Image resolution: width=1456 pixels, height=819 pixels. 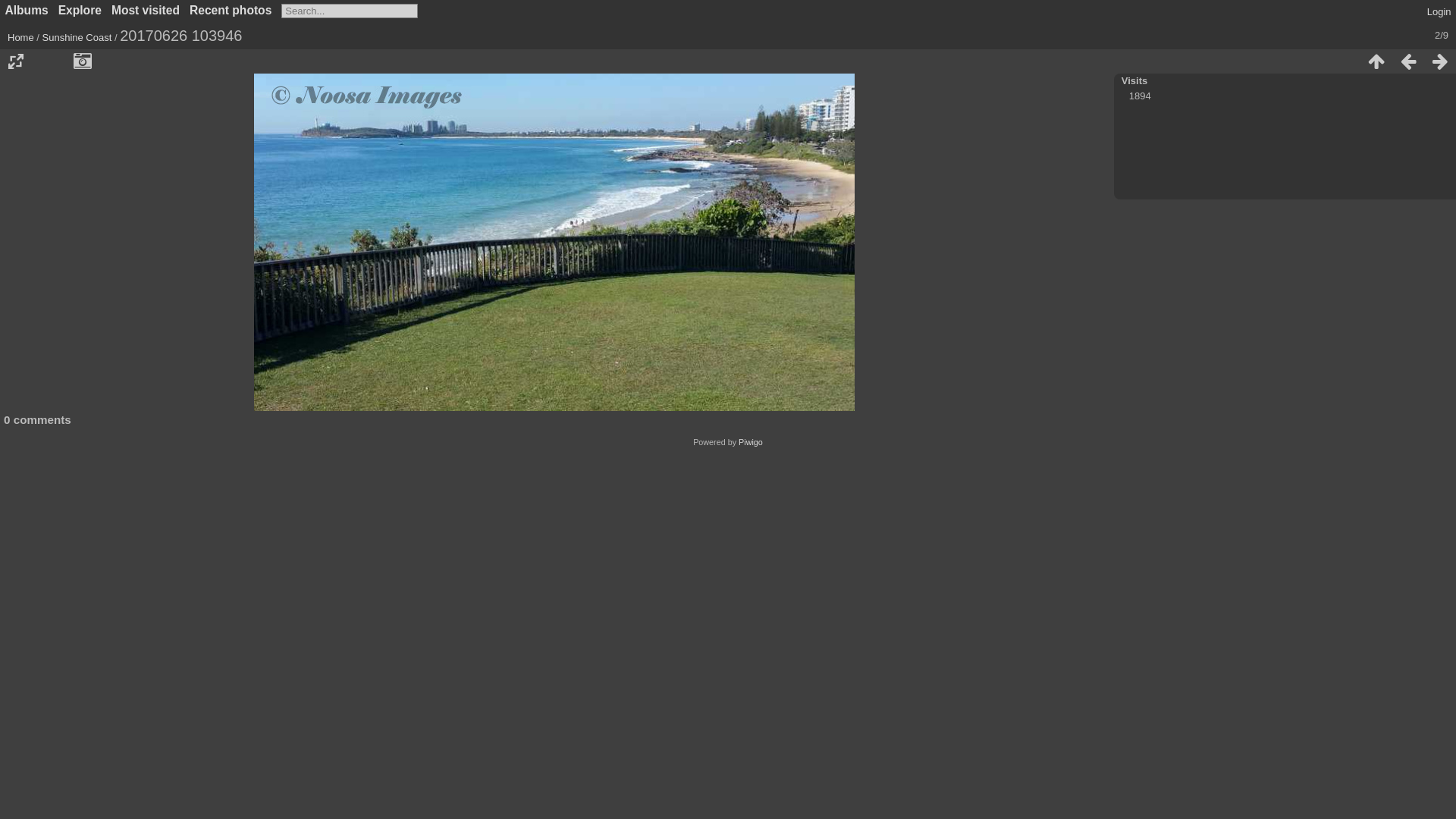 What do you see at coordinates (20, 36) in the screenshot?
I see `'Home'` at bounding box center [20, 36].